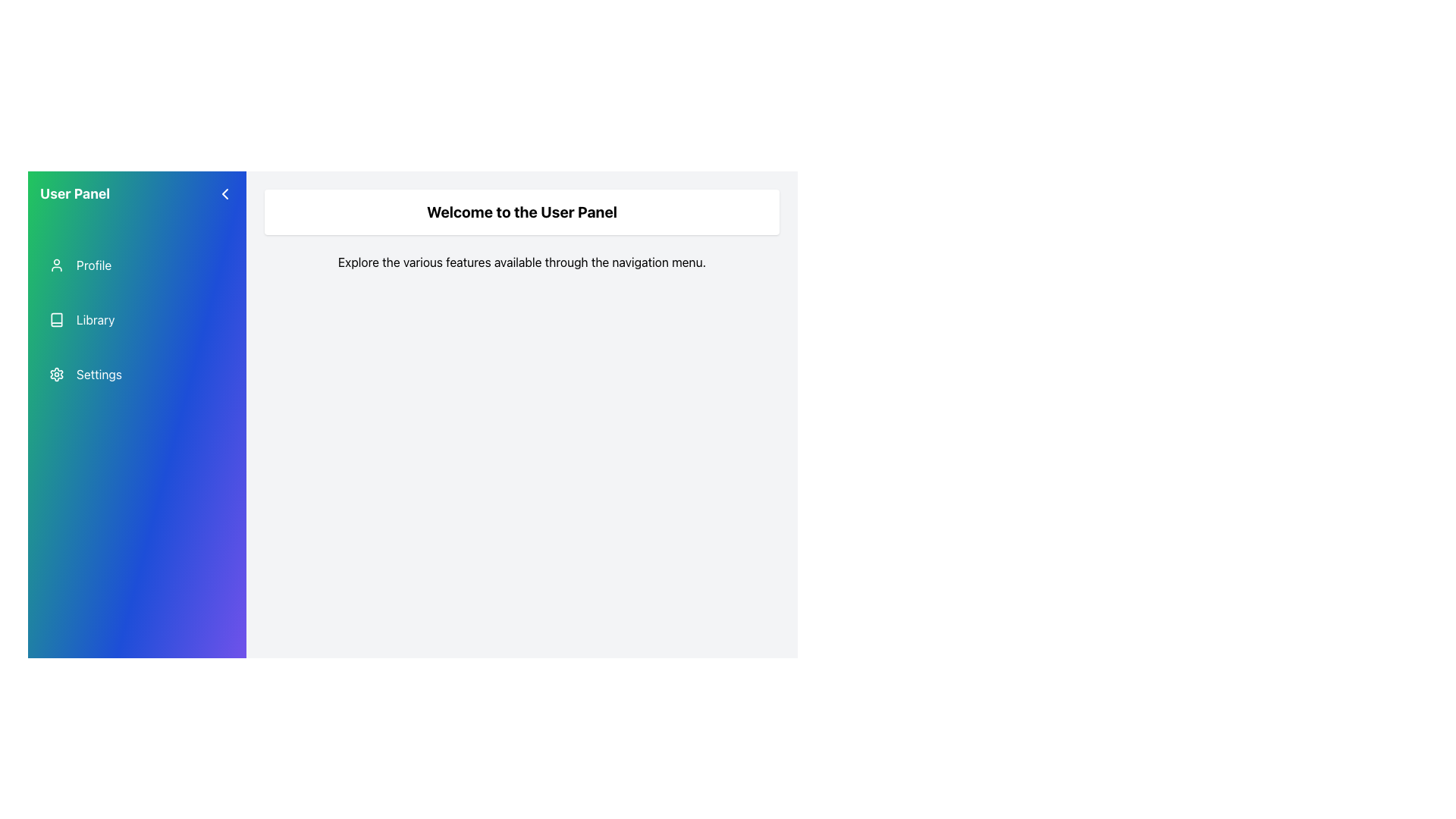 The height and width of the screenshot is (819, 1456). I want to click on the static heading component that serves as a welcoming header for the user panel, positioned at the top-center of the main content area, so click(522, 212).